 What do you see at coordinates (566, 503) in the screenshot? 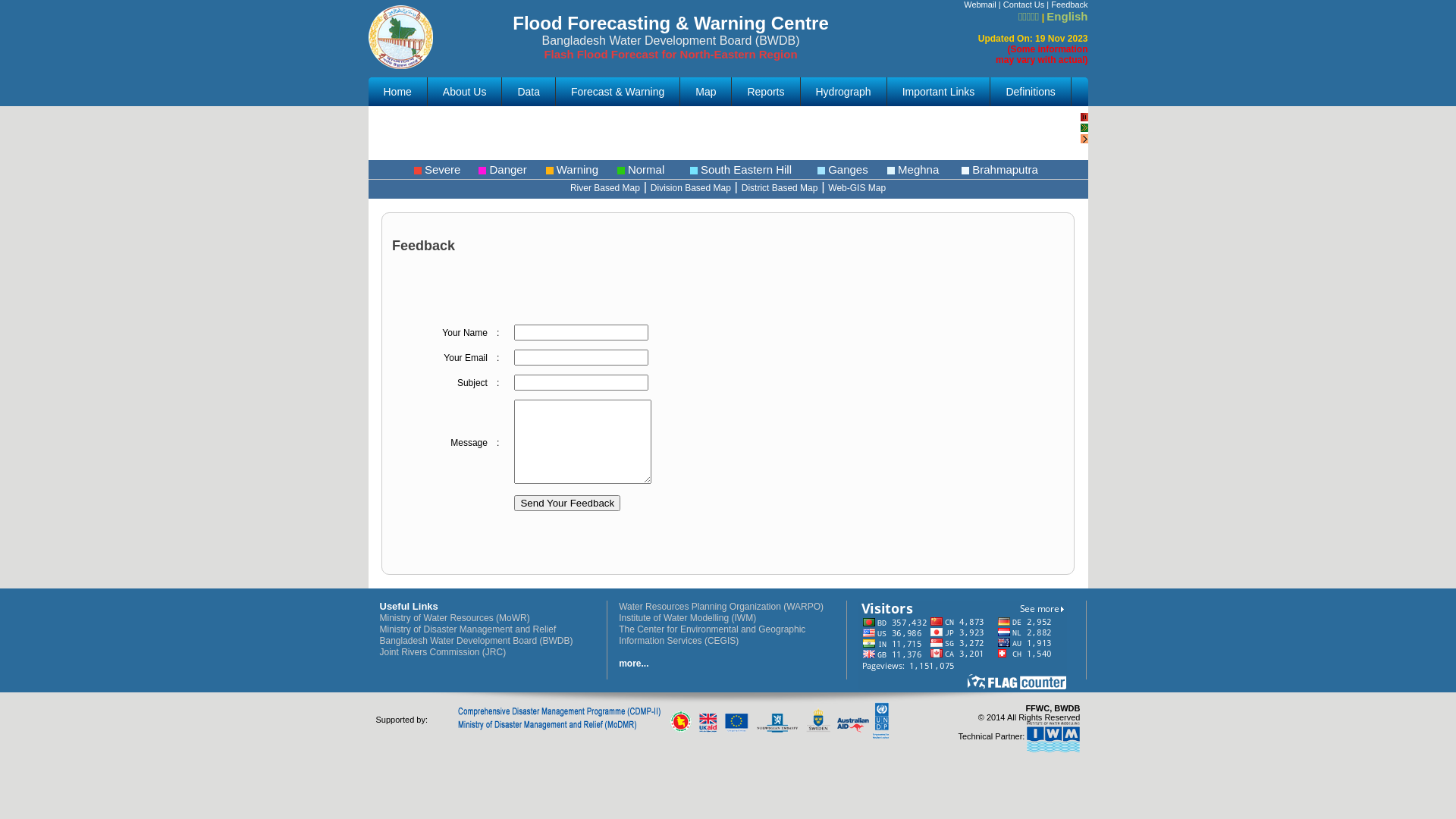
I see `'Send Your Feedback'` at bounding box center [566, 503].